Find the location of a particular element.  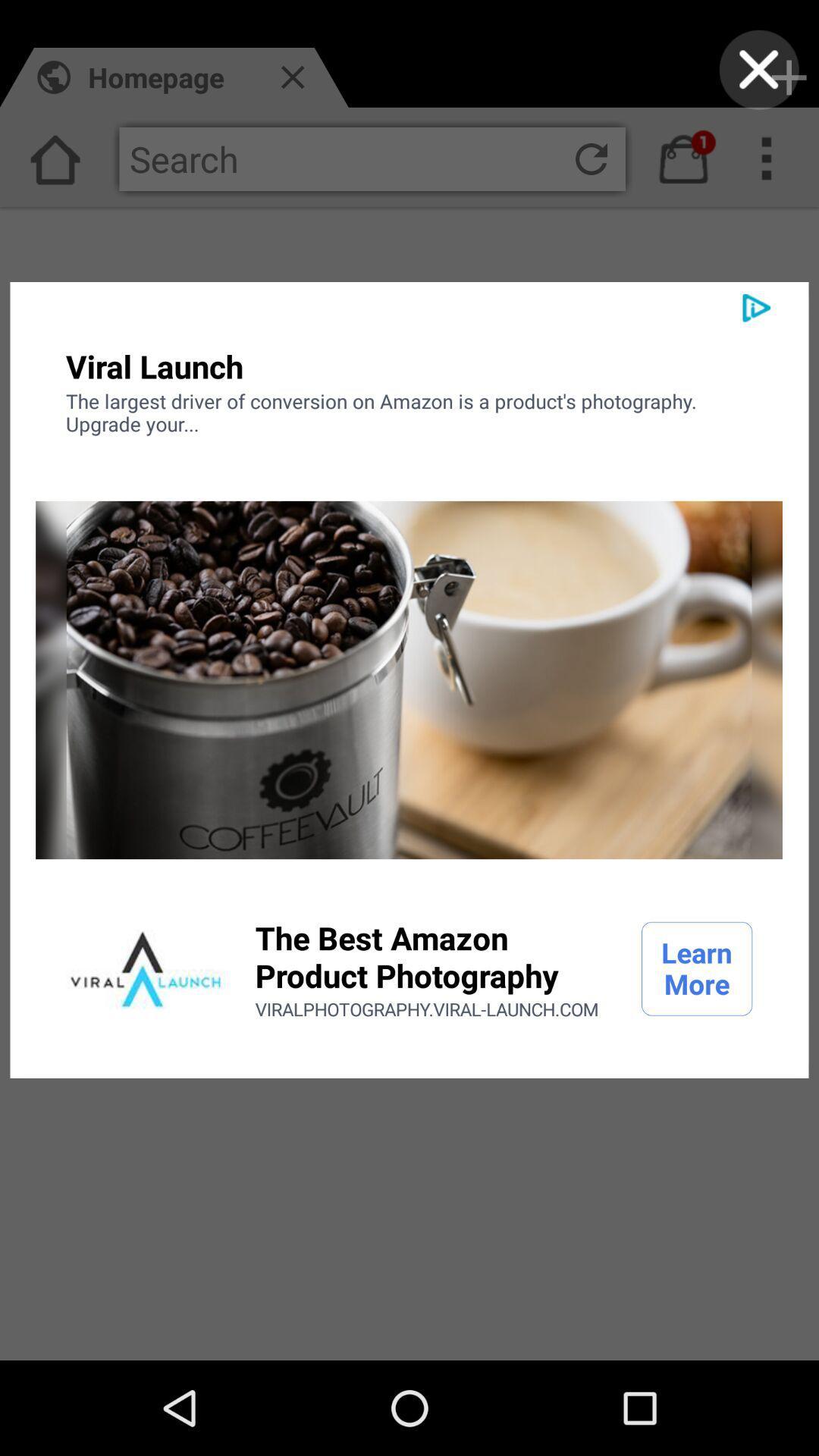

exit out is located at coordinates (759, 69).